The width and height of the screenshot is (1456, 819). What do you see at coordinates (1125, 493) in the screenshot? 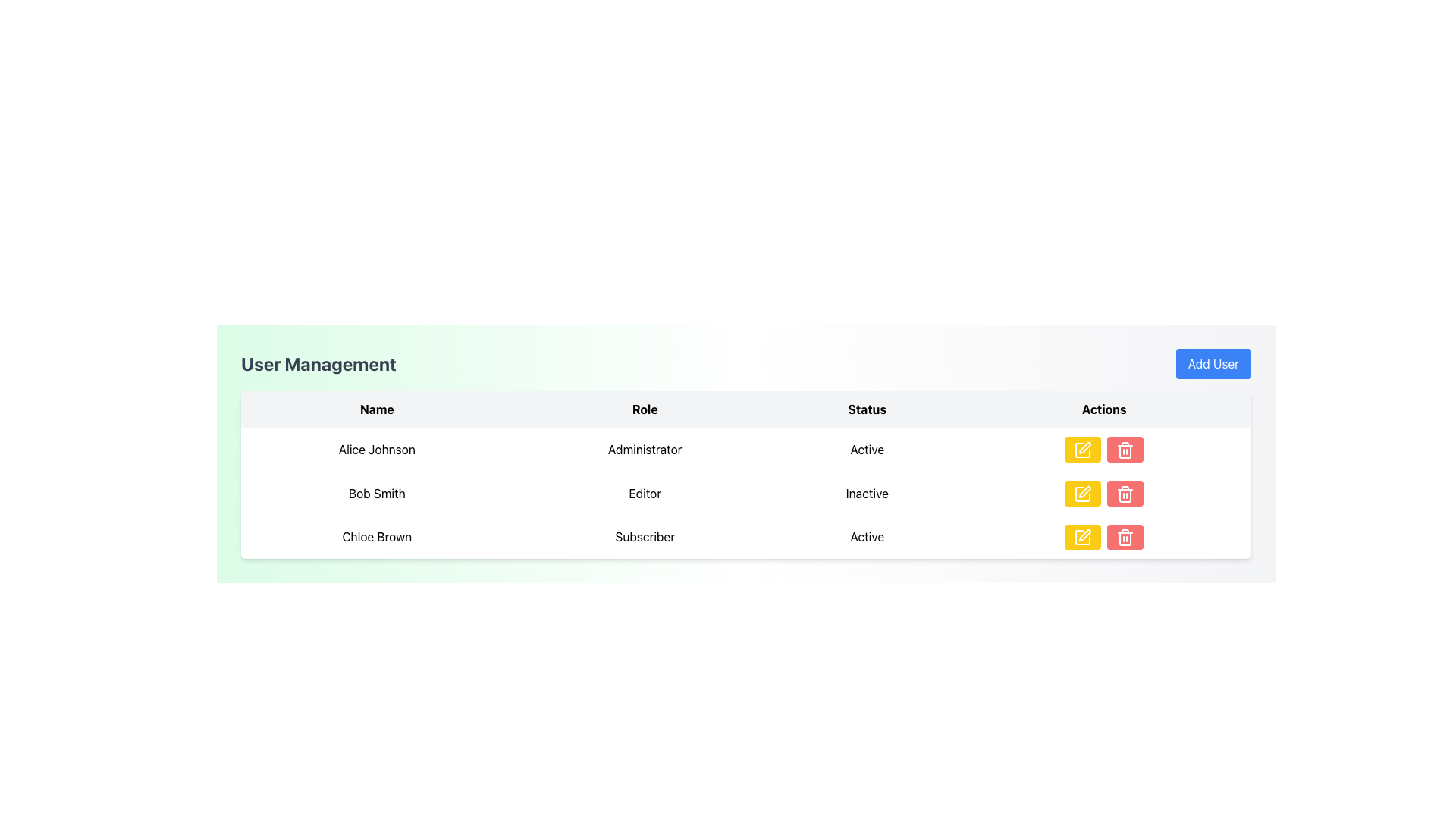
I see `the delete button located in the last column of the second row in the 'Actions' section of the table` at bounding box center [1125, 493].